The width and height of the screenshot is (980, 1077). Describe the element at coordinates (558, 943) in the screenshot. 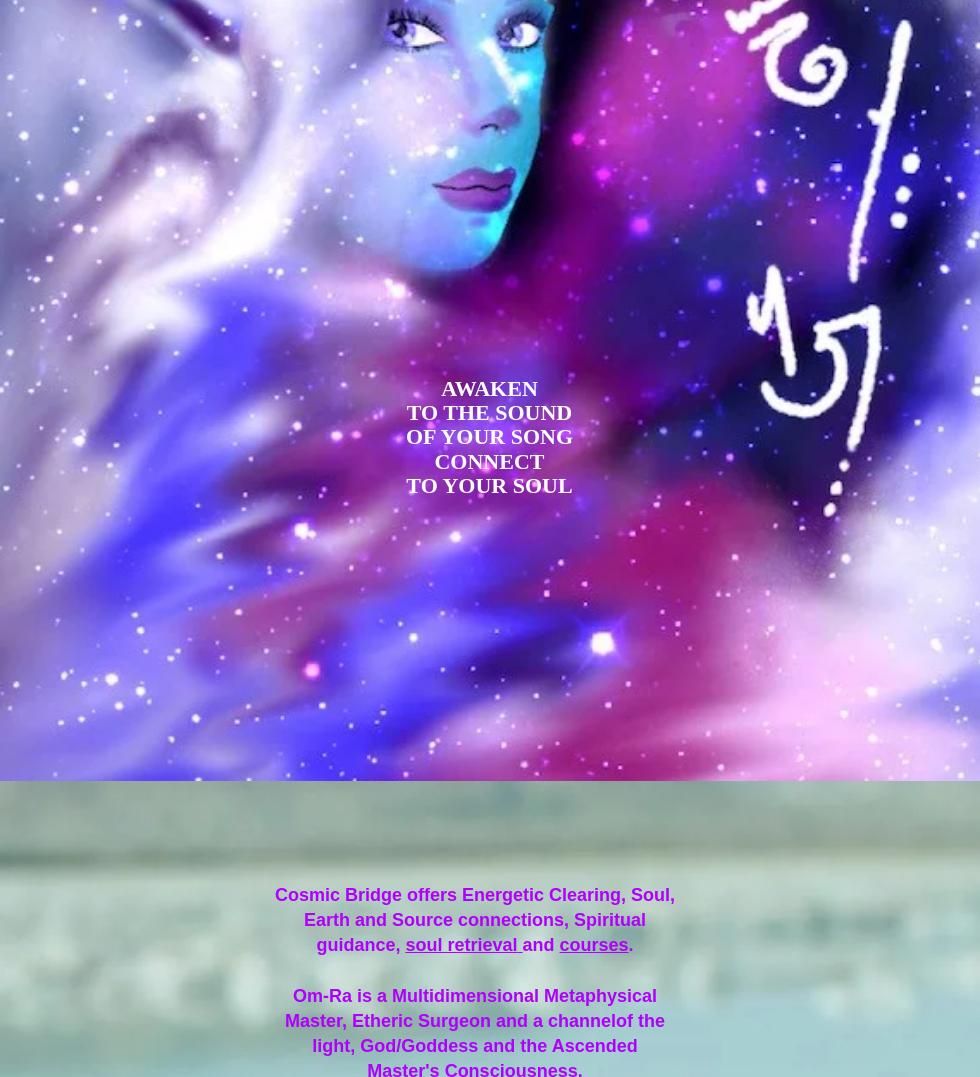

I see `'courses'` at that location.